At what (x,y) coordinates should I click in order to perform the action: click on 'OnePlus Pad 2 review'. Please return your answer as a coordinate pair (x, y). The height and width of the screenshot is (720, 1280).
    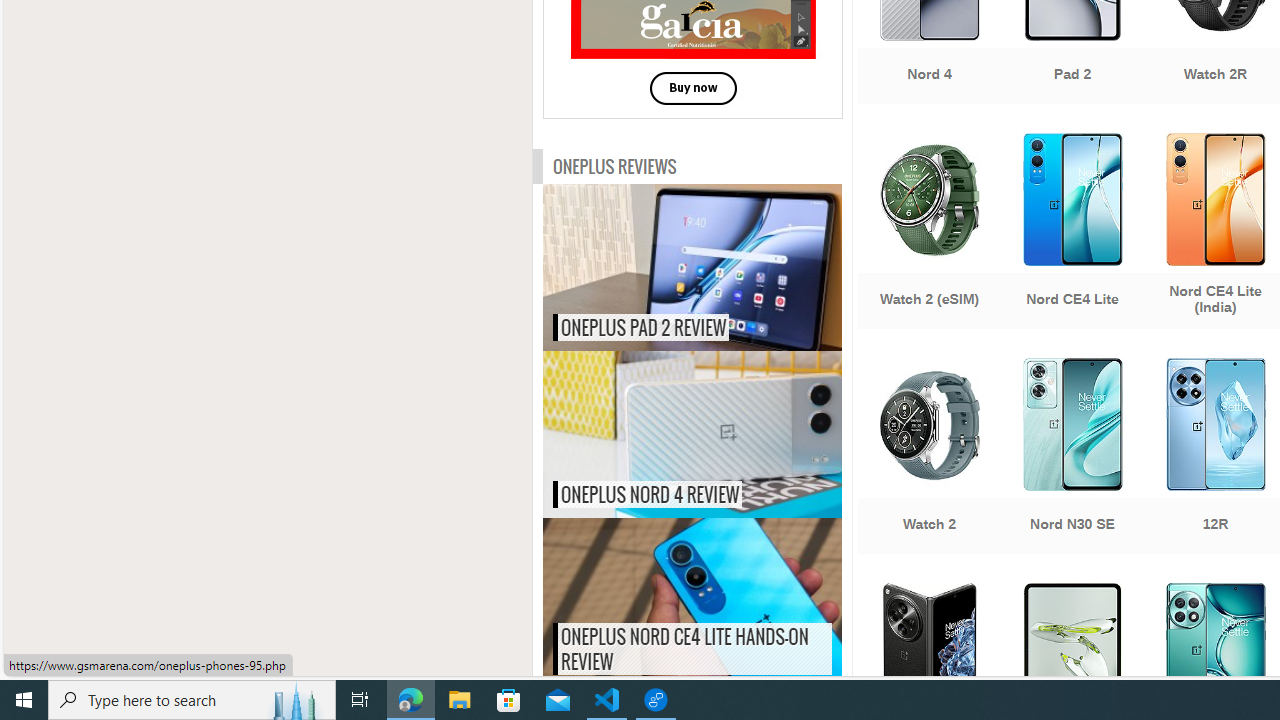
    Looking at the image, I should click on (733, 266).